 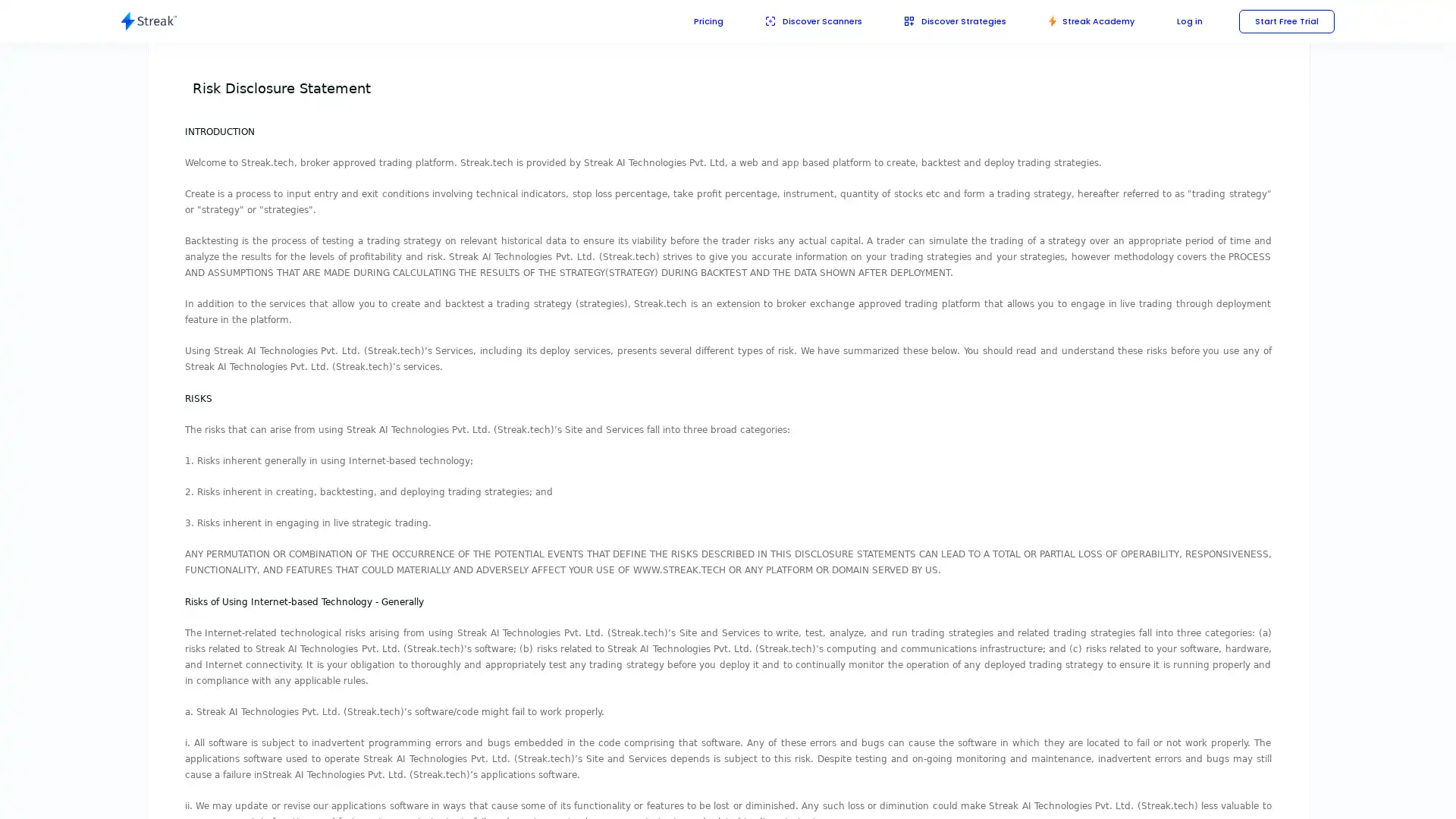 I want to click on academy Streak Academy, so click(x=1084, y=20).